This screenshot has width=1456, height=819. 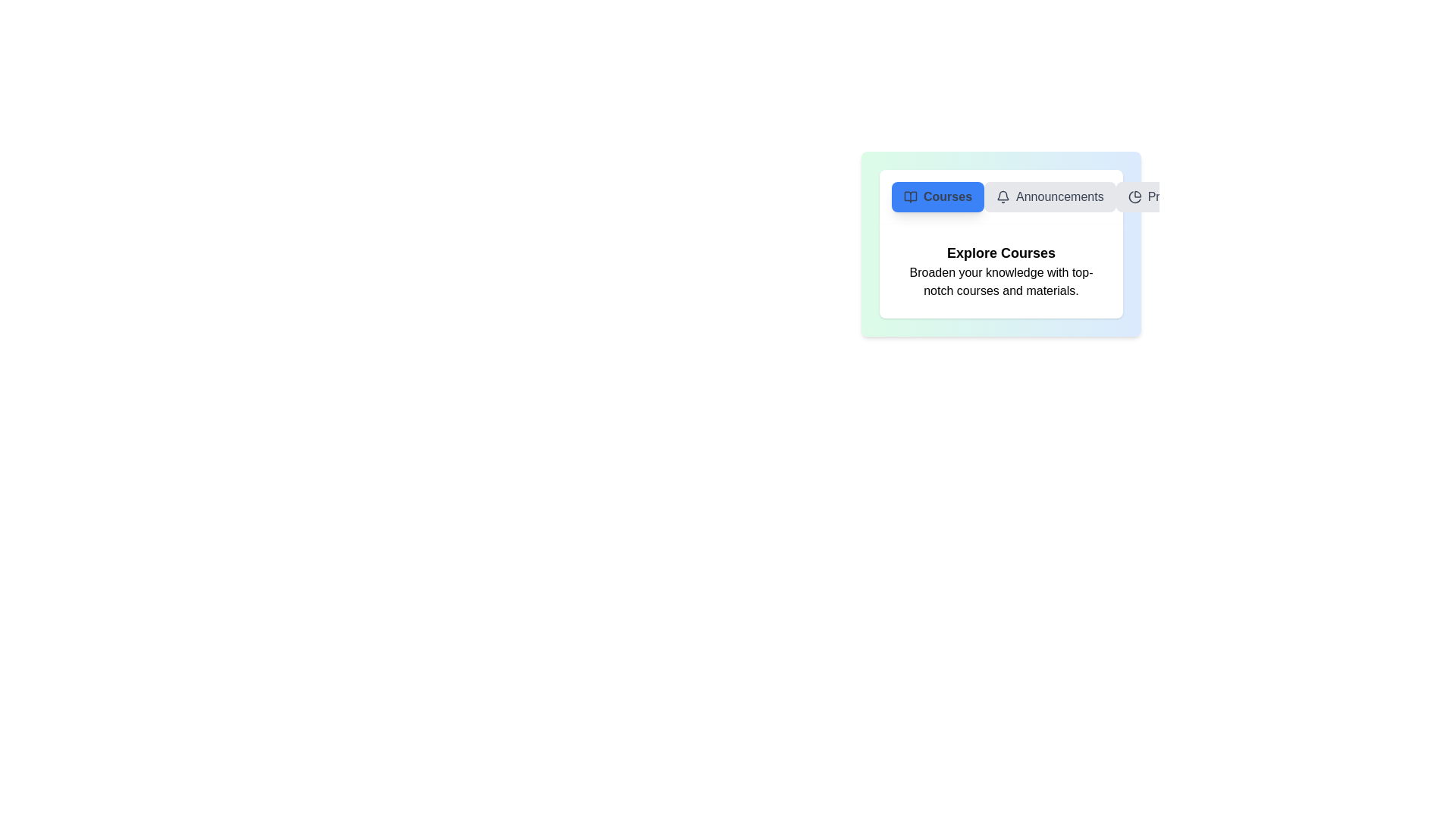 I want to click on the non-interactive Text block that introduces educational materials, positioned centrally below the 'Courses' button and adjacent to other tabs, so click(x=1001, y=271).